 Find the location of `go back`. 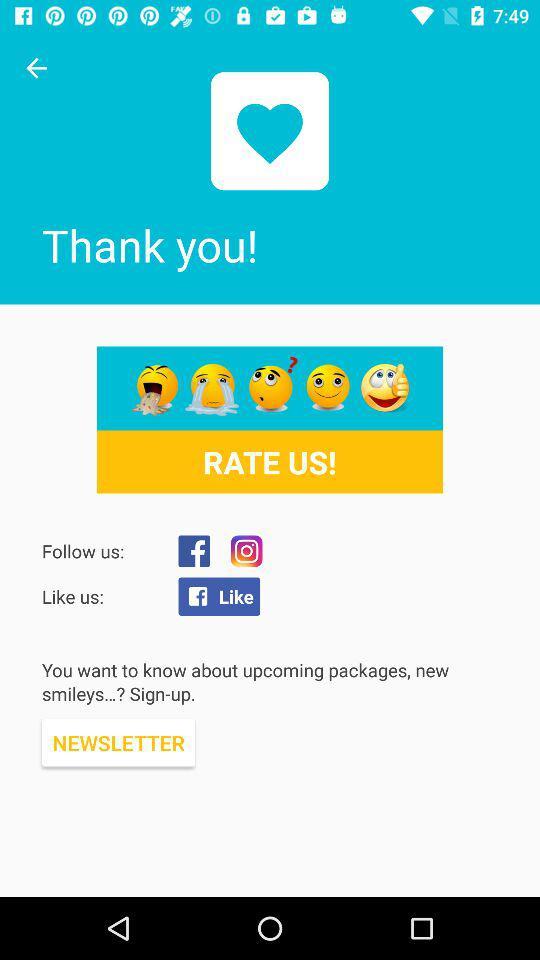

go back is located at coordinates (36, 68).